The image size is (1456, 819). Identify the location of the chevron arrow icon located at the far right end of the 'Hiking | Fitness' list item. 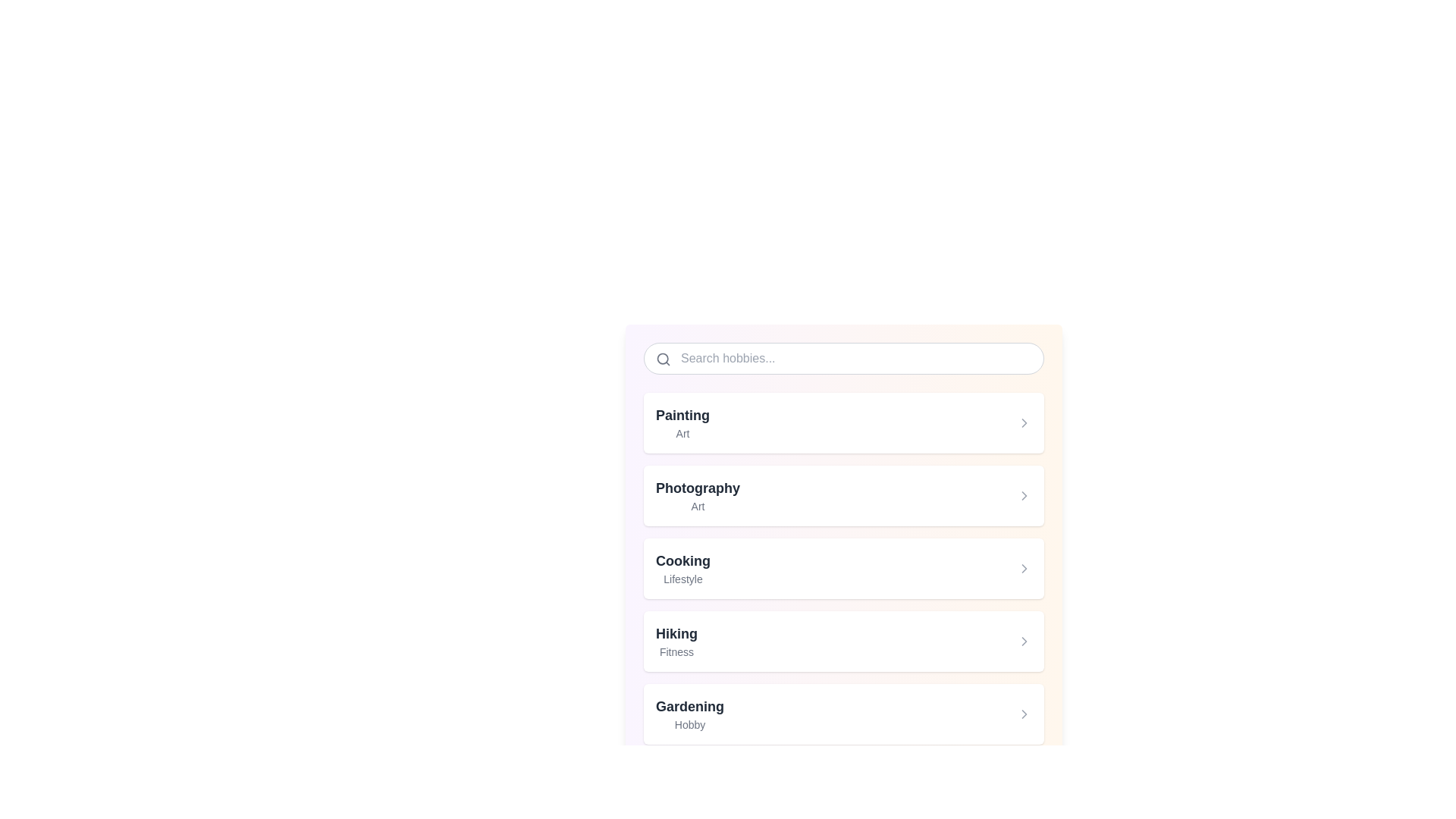
(1024, 641).